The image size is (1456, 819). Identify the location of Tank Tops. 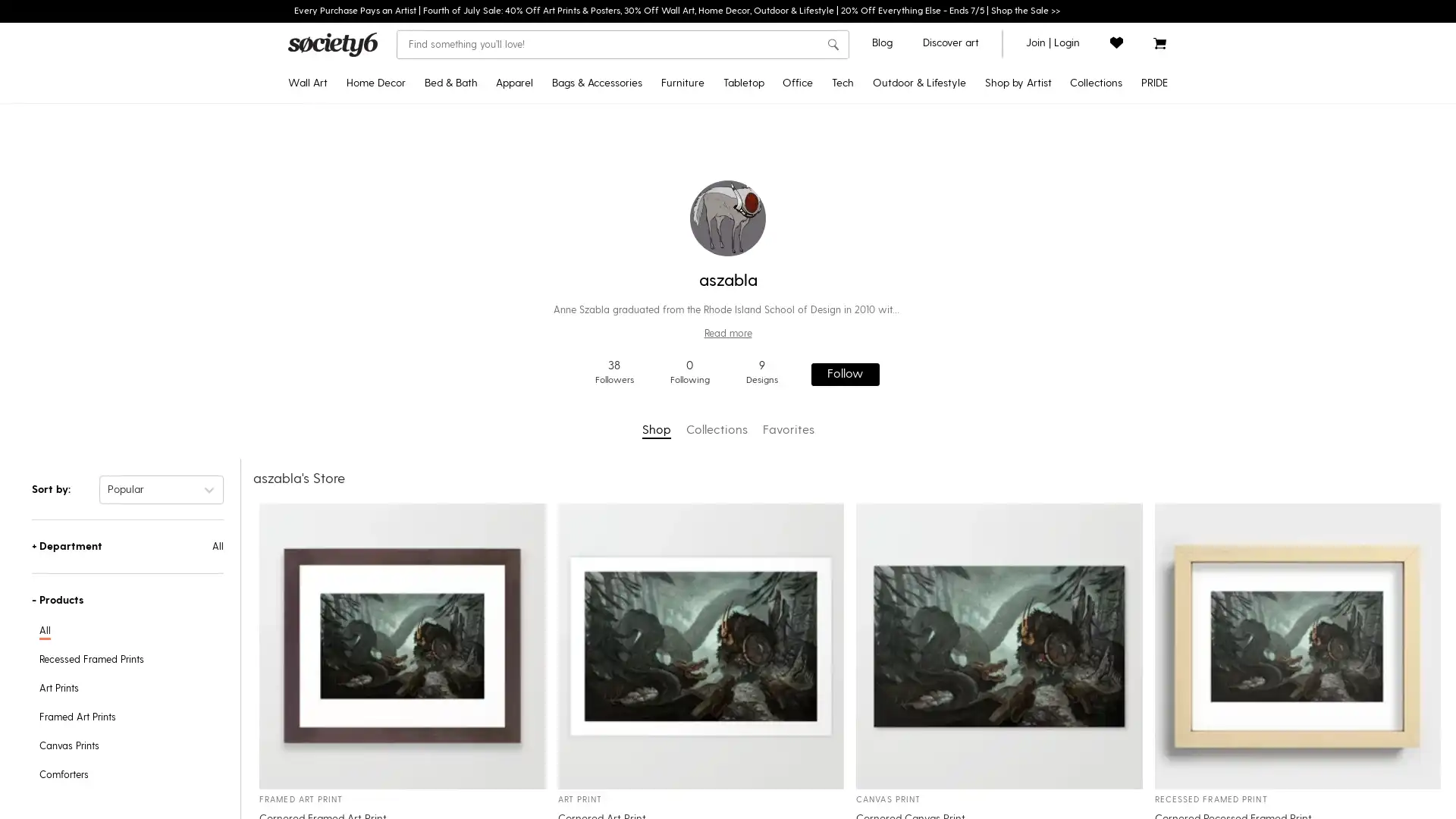
(562, 268).